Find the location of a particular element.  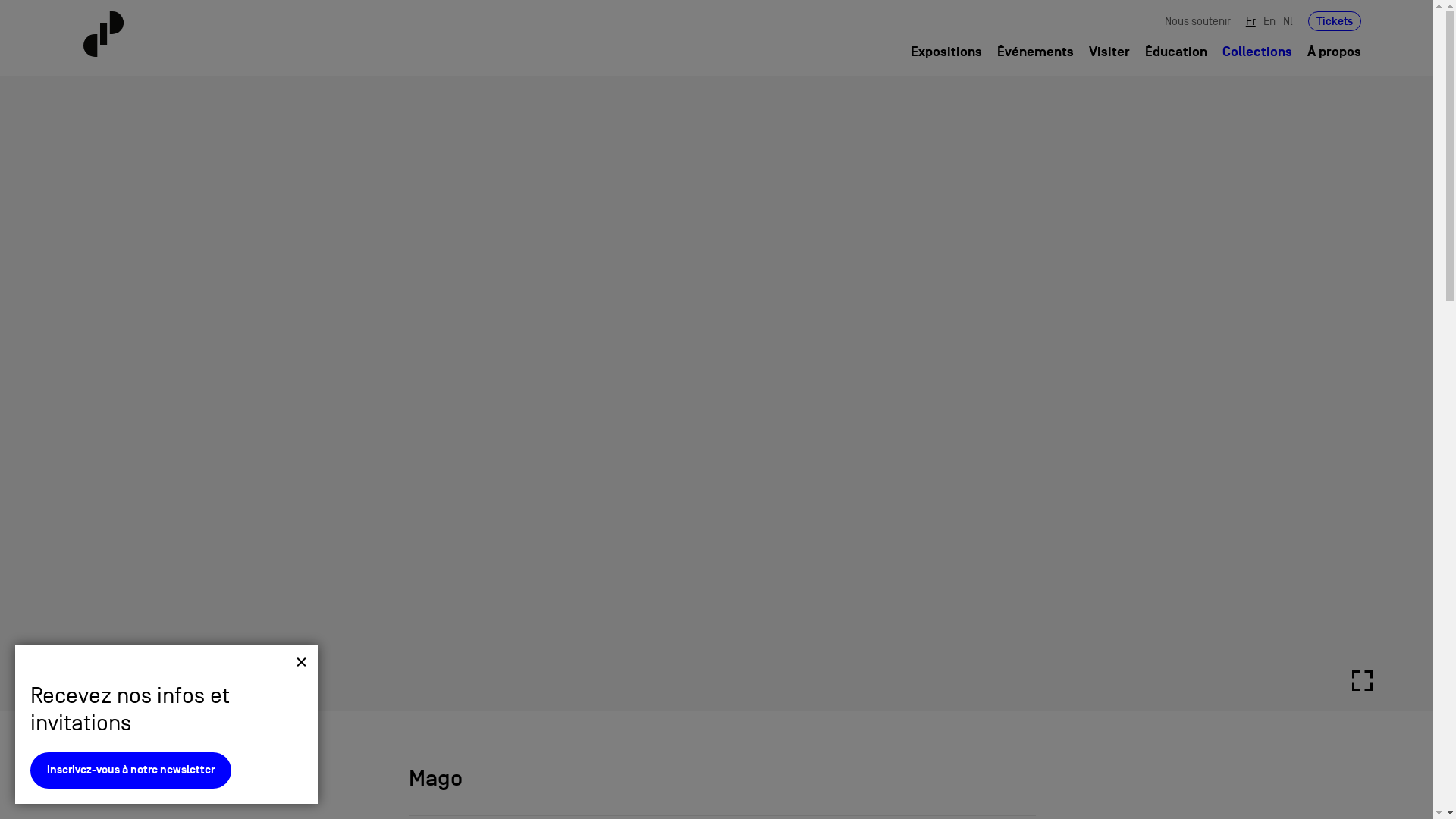

'Visiter' is located at coordinates (1087, 52).